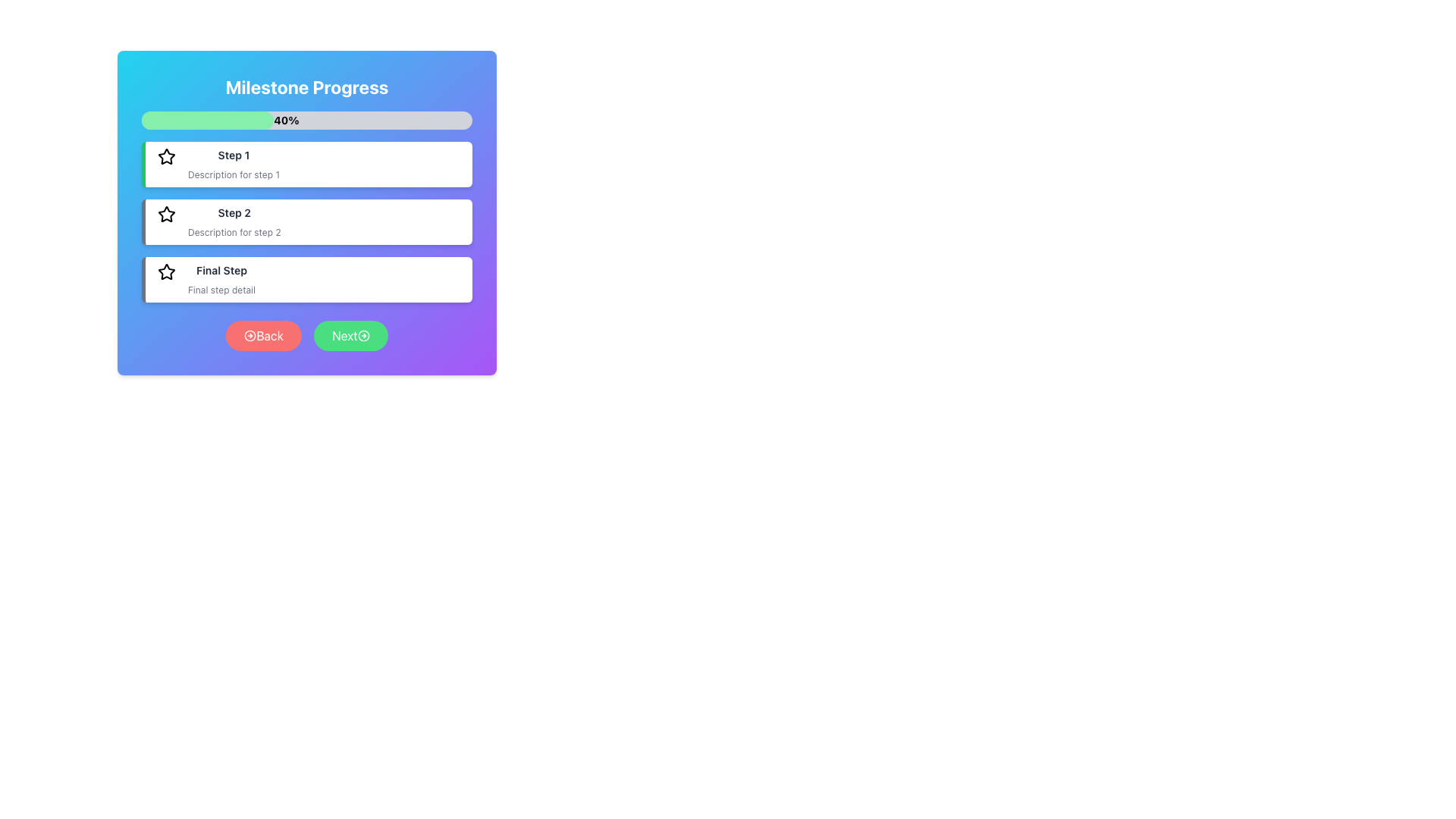  Describe the element at coordinates (350, 335) in the screenshot. I see `the navigation button located in the bottom-right section of the interface` at that location.